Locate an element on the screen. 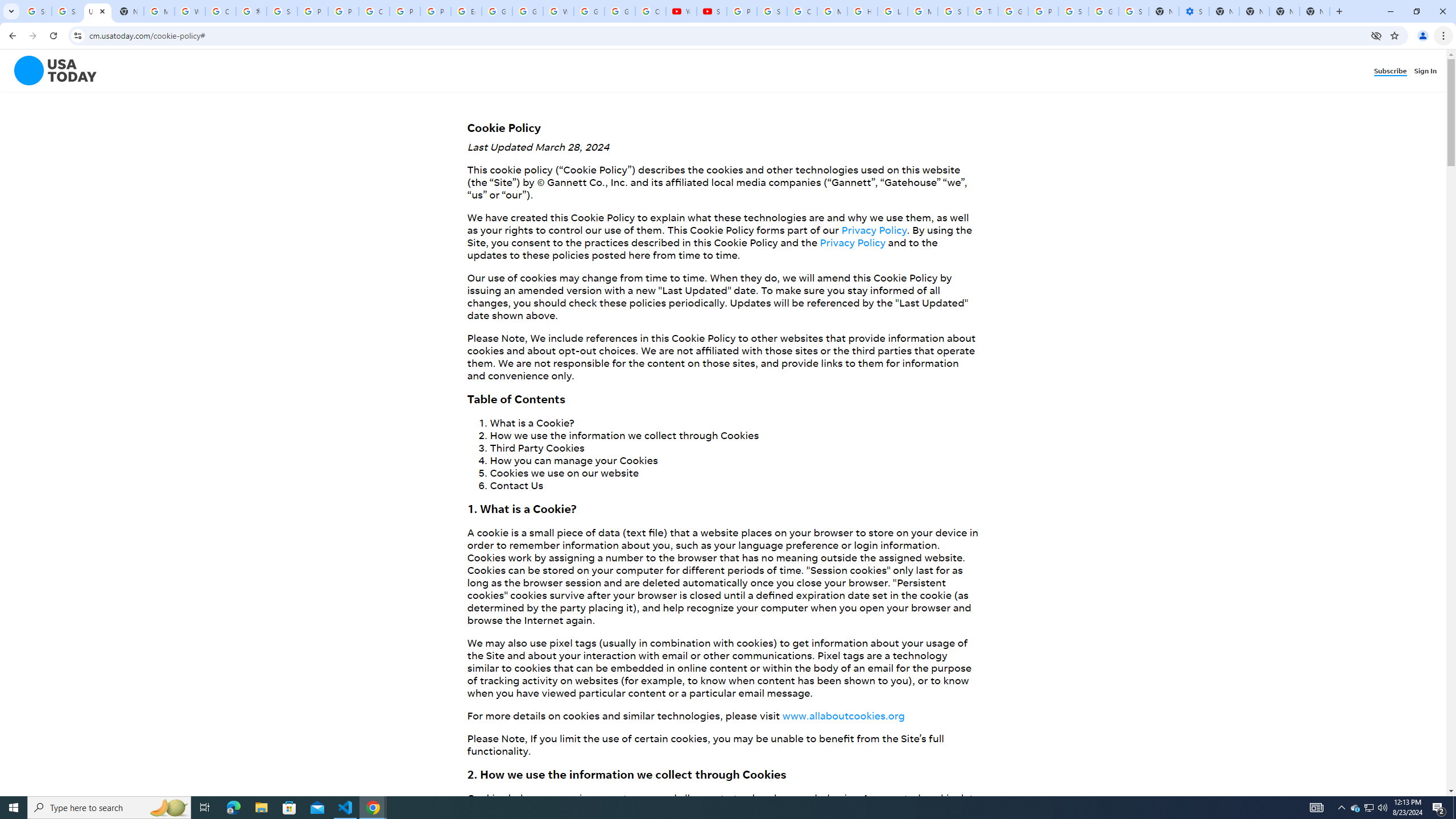 Image resolution: width=1456 pixels, height=819 pixels. 'Google Cybersecurity Innovations - Google Safety Center' is located at coordinates (1103, 11).